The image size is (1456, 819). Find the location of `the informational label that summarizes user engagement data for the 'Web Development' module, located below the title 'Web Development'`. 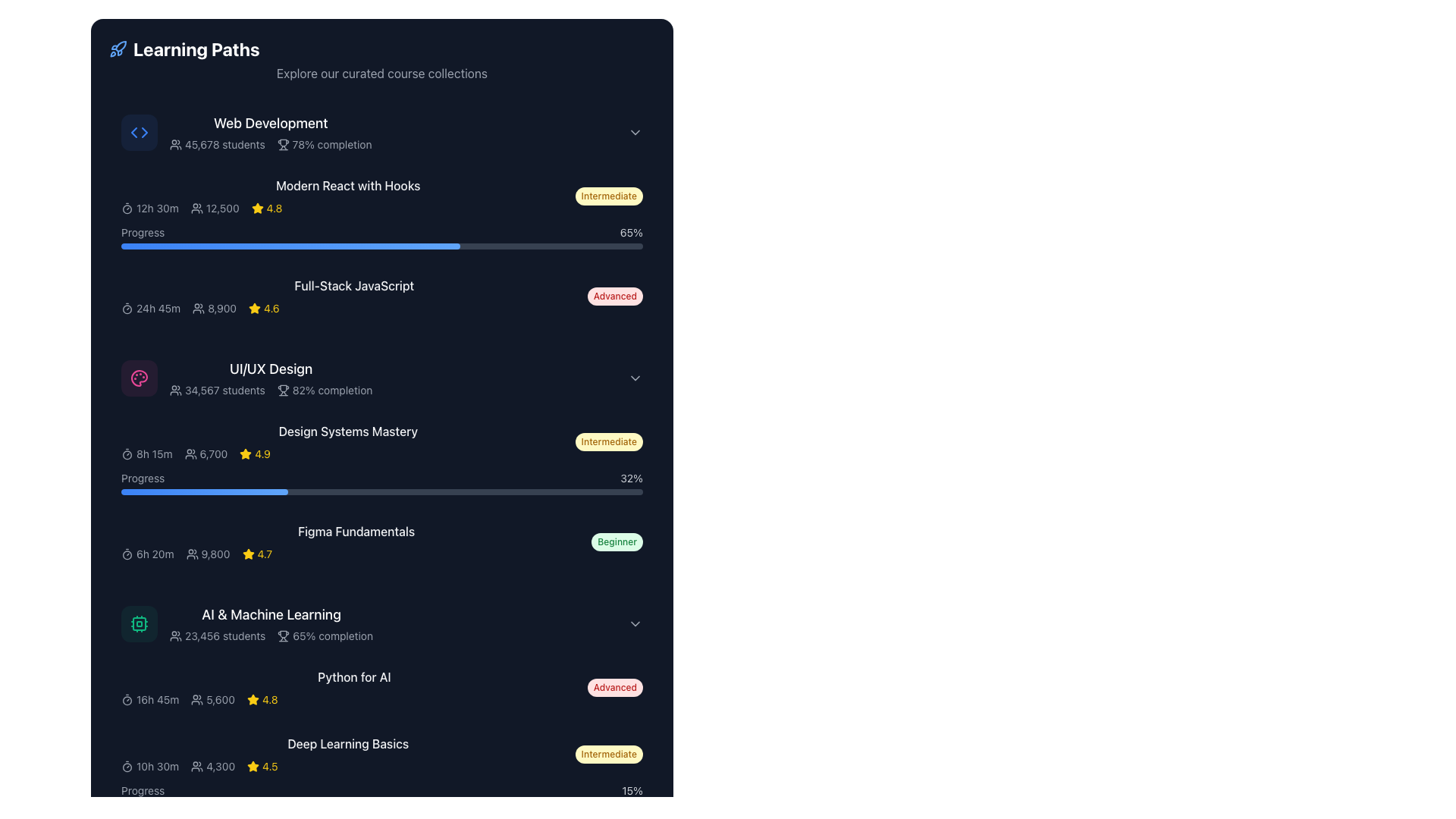

the informational label that summarizes user engagement data for the 'Web Development' module, located below the title 'Web Development' is located at coordinates (271, 145).